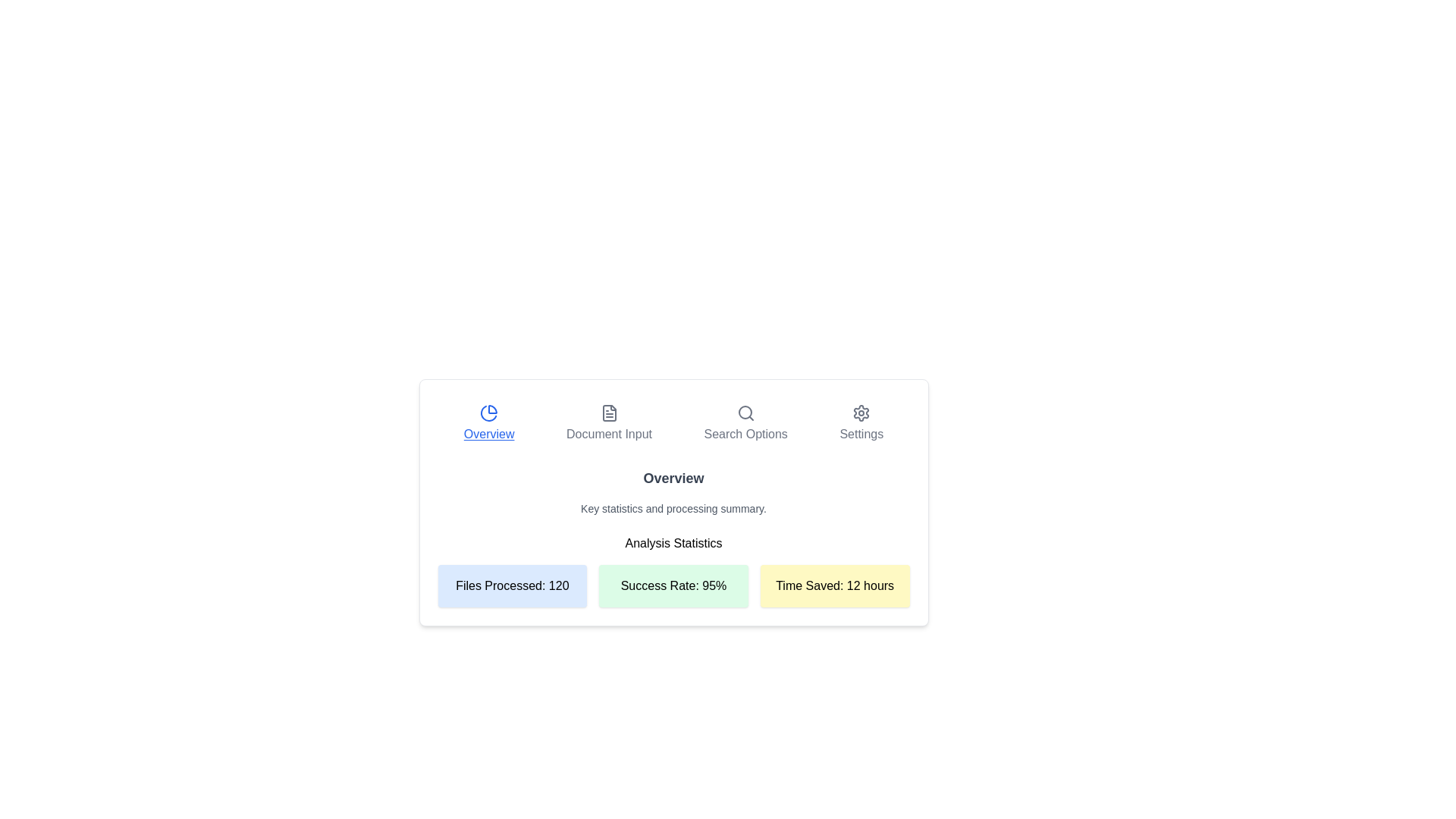  I want to click on the 'Settings' icon located in the menu bar at the top section of the card interface, so click(861, 413).